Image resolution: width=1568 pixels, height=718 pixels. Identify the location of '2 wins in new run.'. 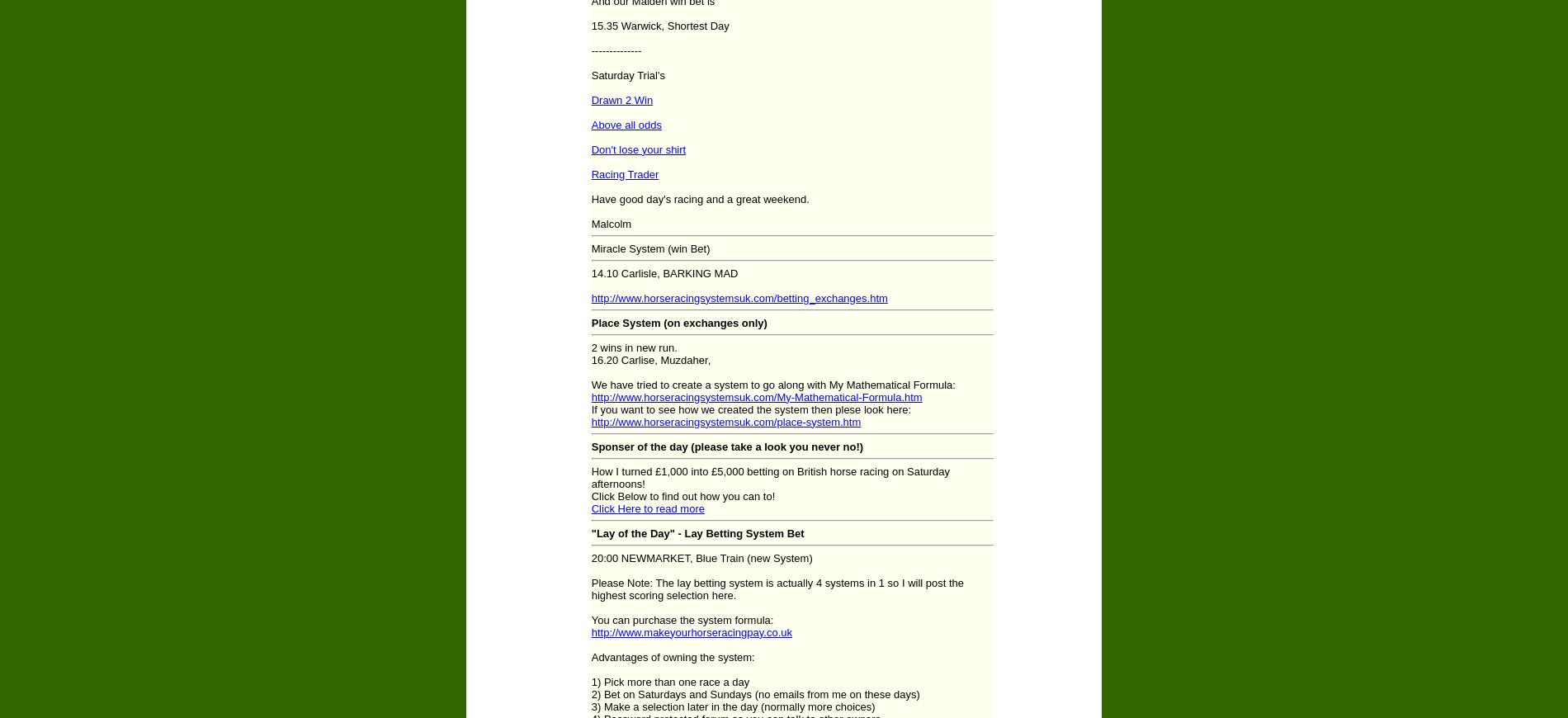
(632, 347).